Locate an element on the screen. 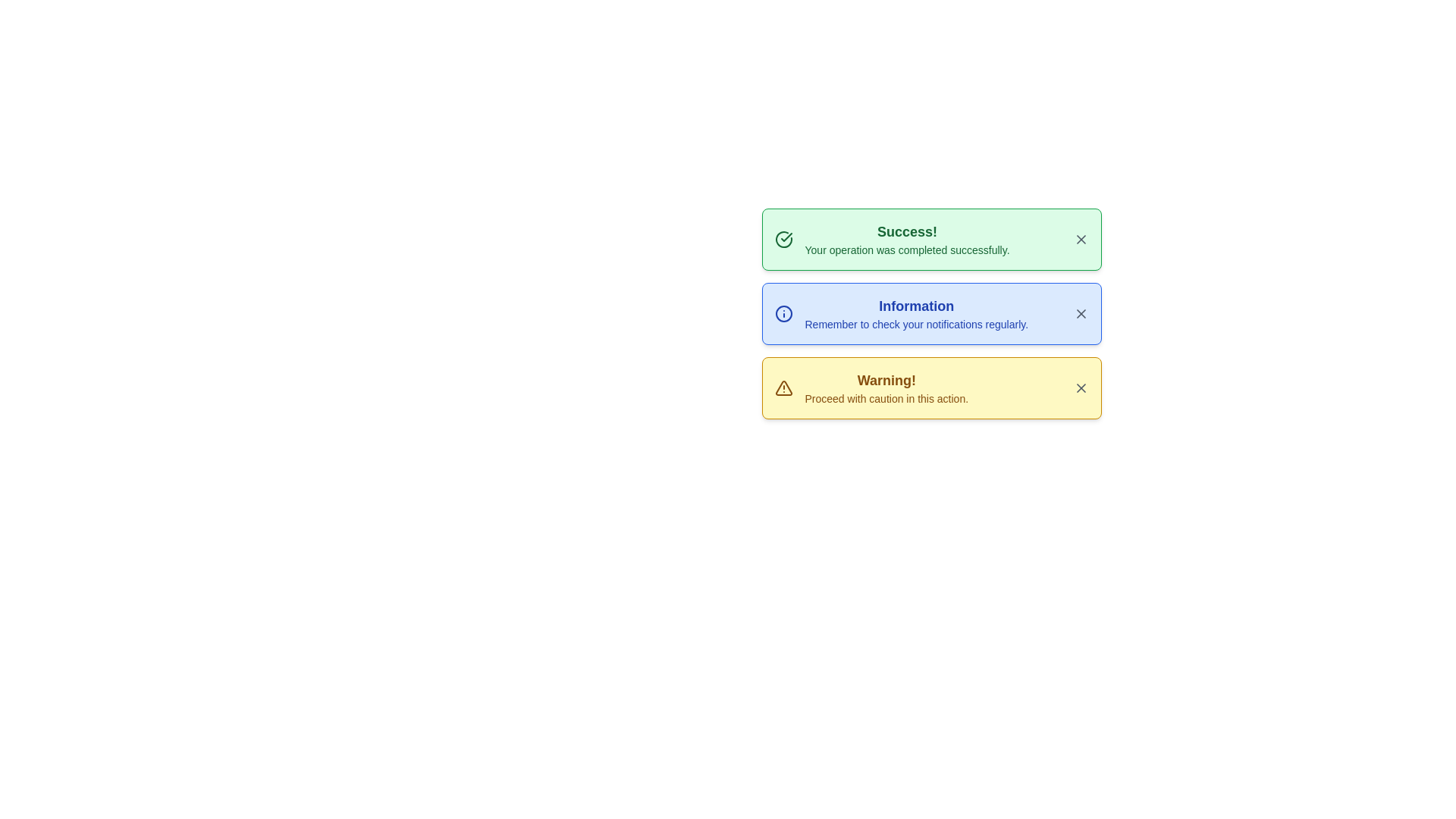 The height and width of the screenshot is (819, 1456). informational content displayed in the second notification from the top, which is located between a green 'Success!' notification and a yellow 'Warning!' notification is located at coordinates (915, 312).